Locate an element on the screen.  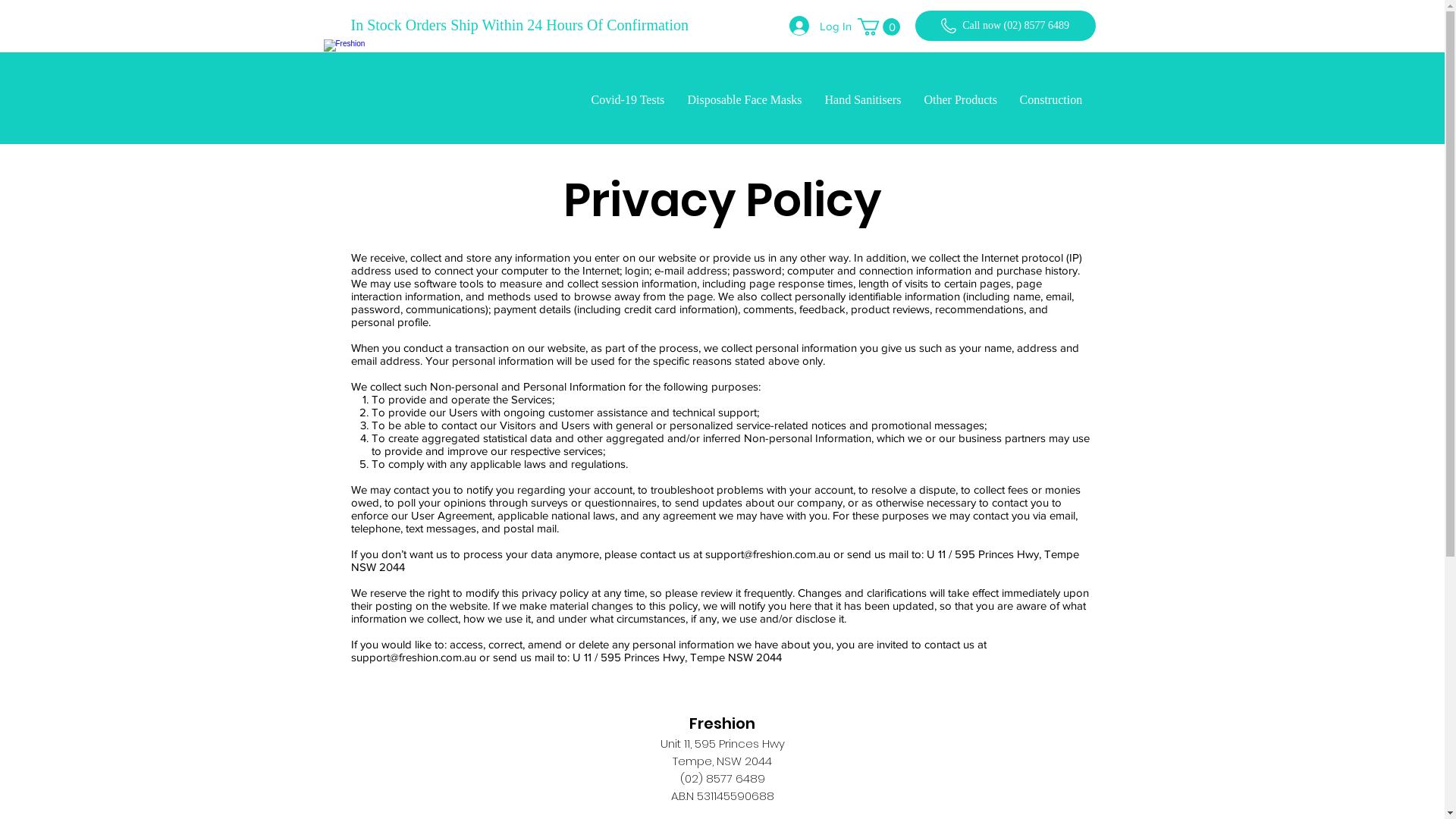
'Construction' is located at coordinates (1050, 99).